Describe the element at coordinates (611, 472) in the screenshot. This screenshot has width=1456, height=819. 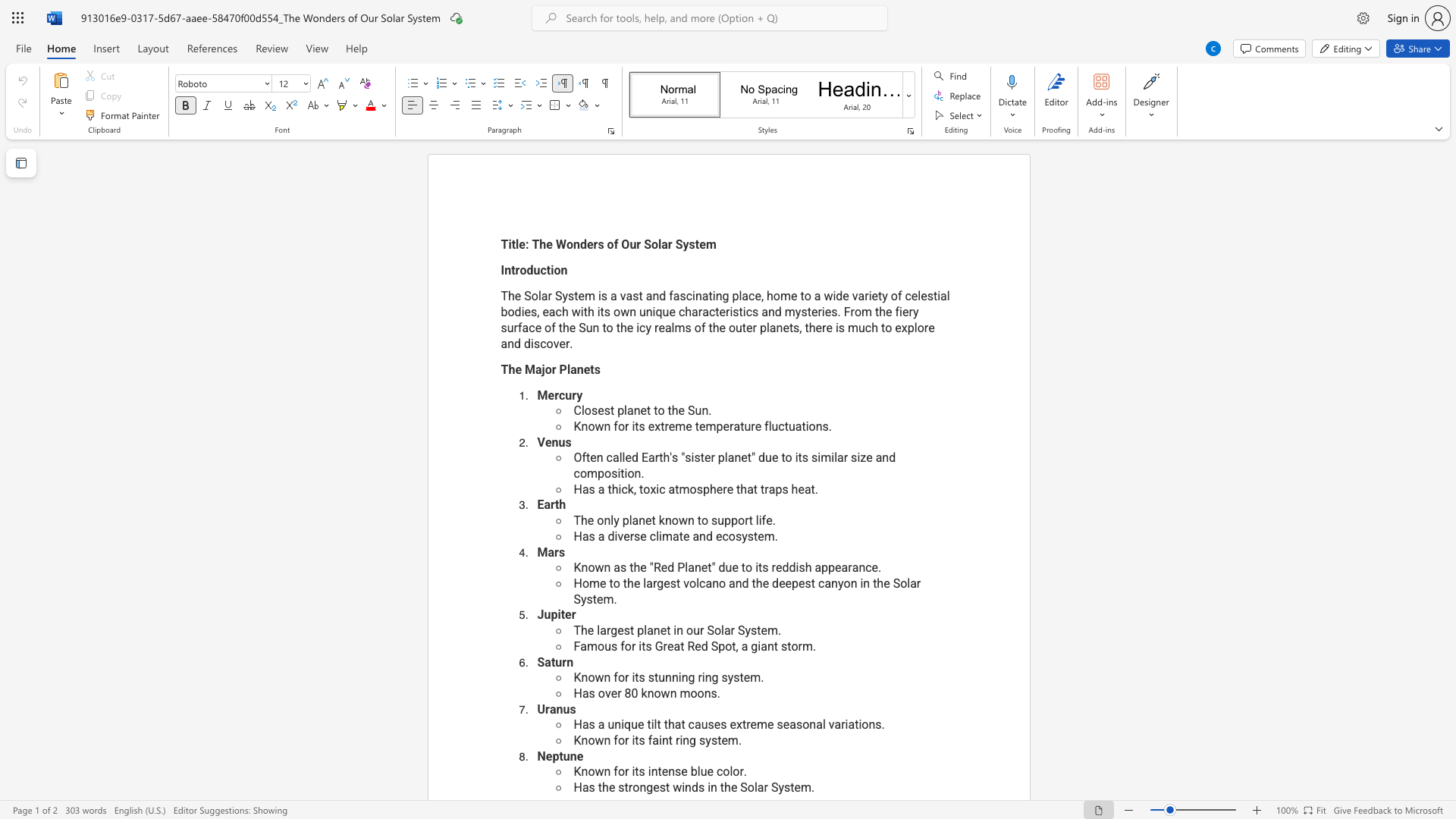
I see `the subset text "sitio" within the text "Often called Earth"` at that location.